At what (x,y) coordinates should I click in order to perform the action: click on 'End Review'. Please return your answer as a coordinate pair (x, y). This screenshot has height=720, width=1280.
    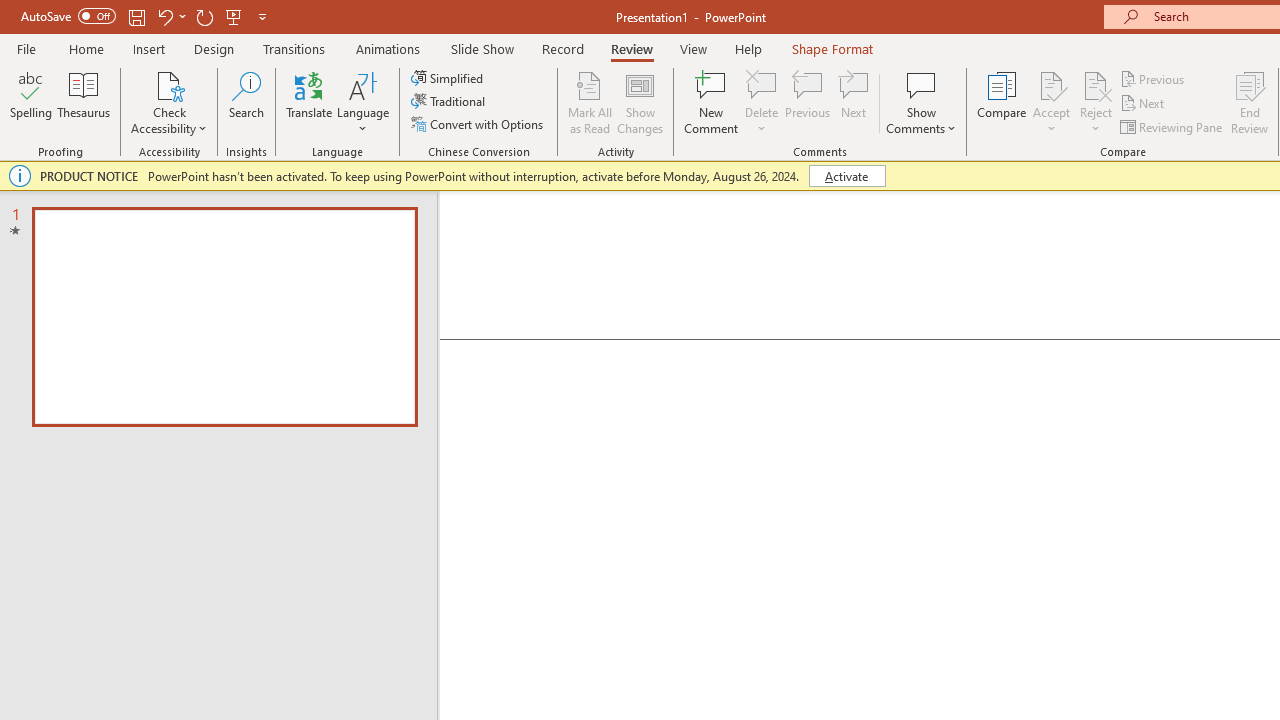
    Looking at the image, I should click on (1248, 103).